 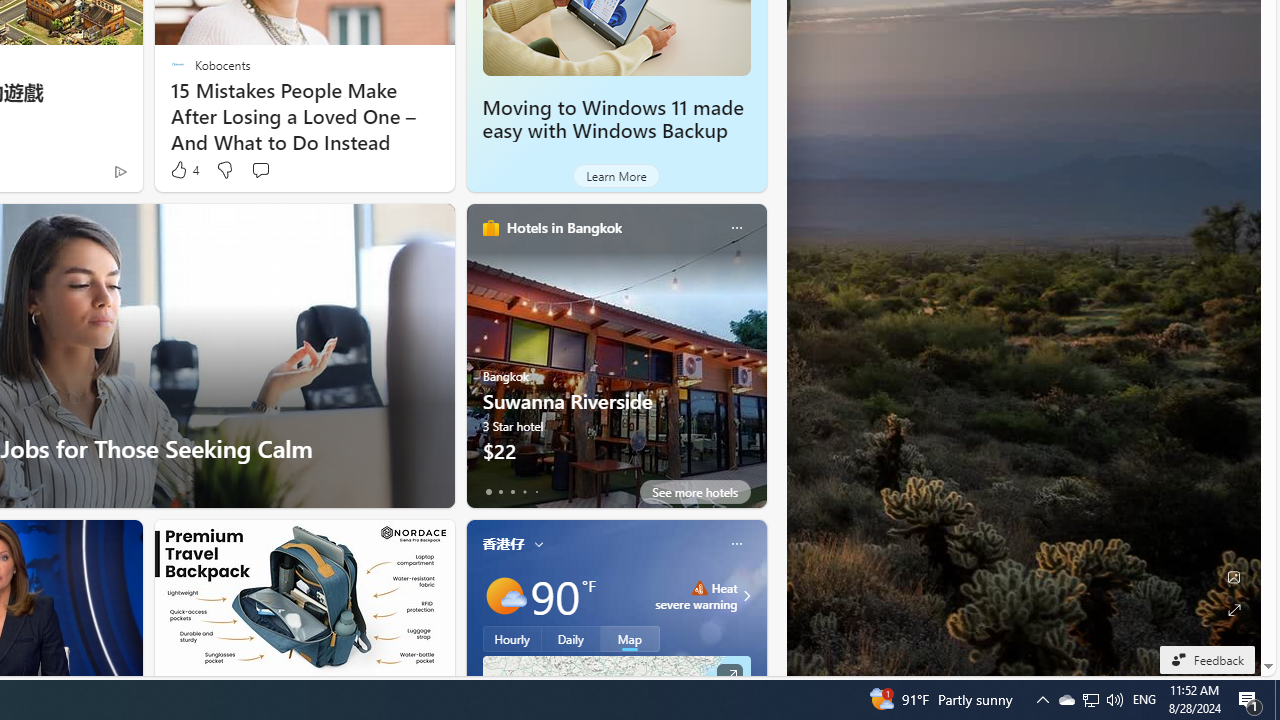 I want to click on 'Edit Background', so click(x=1232, y=577).